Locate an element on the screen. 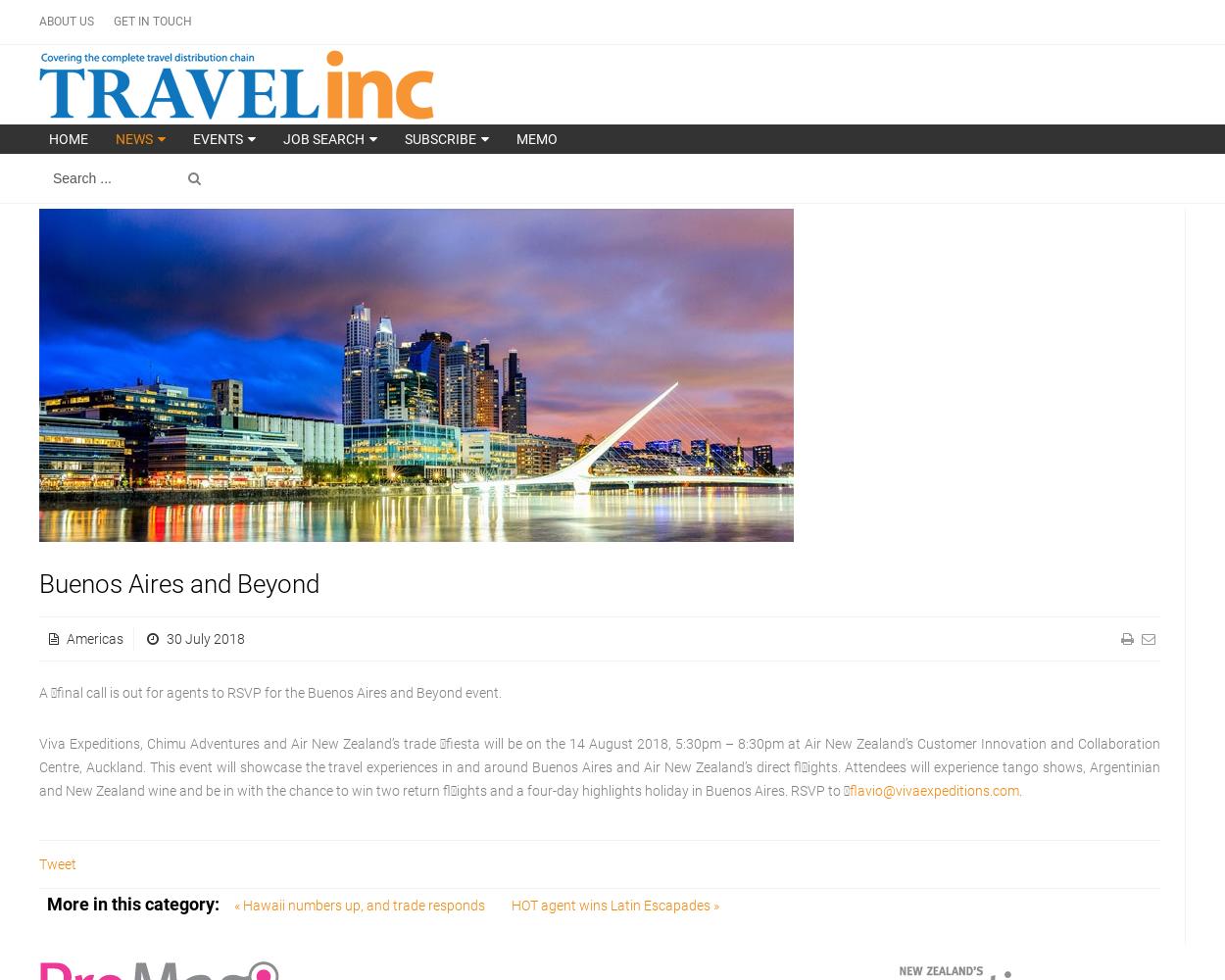 This screenshot has width=1225, height=980. 'Viva Expeditions, Chimu Adventures and Air New Zealand’s trade fiesta will be on the 14 August 2018, 5:30pm – 8:30pm at Air New Zealand’s Customer Innovation and Collaboration Centre, Auckland. This event will showcase the travel experiences in and around Buenos Aires and Air New Zealand’s direct flights. Attendees will experience tango shows, Argentinian and New Zealand wine and be in with the chance to win two return flights and a four-day highlights holiday in Buenos Aires. RSVP to ' is located at coordinates (599, 767).